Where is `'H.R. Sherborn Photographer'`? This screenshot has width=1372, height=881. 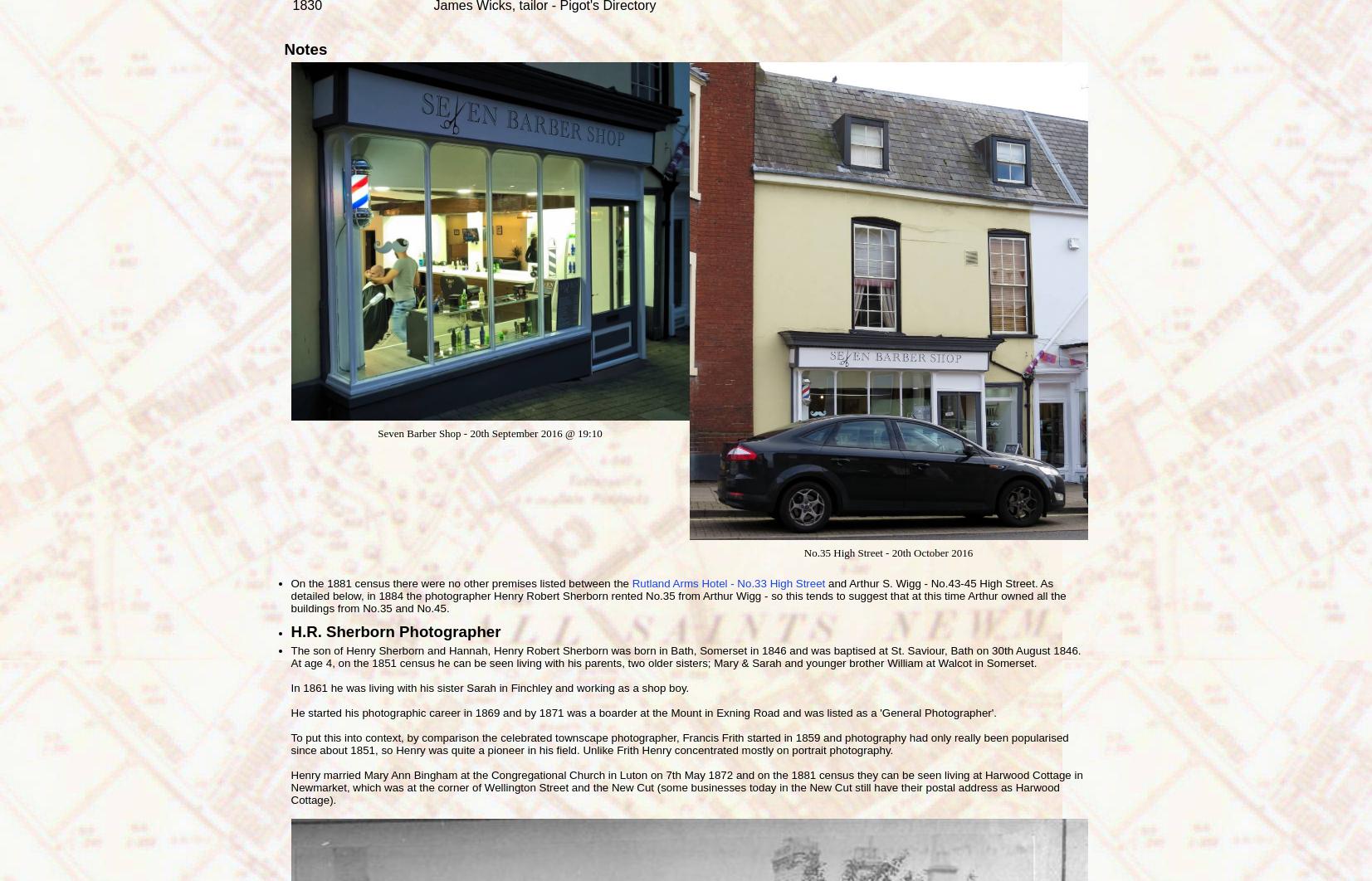 'H.R. Sherborn Photographer' is located at coordinates (289, 631).